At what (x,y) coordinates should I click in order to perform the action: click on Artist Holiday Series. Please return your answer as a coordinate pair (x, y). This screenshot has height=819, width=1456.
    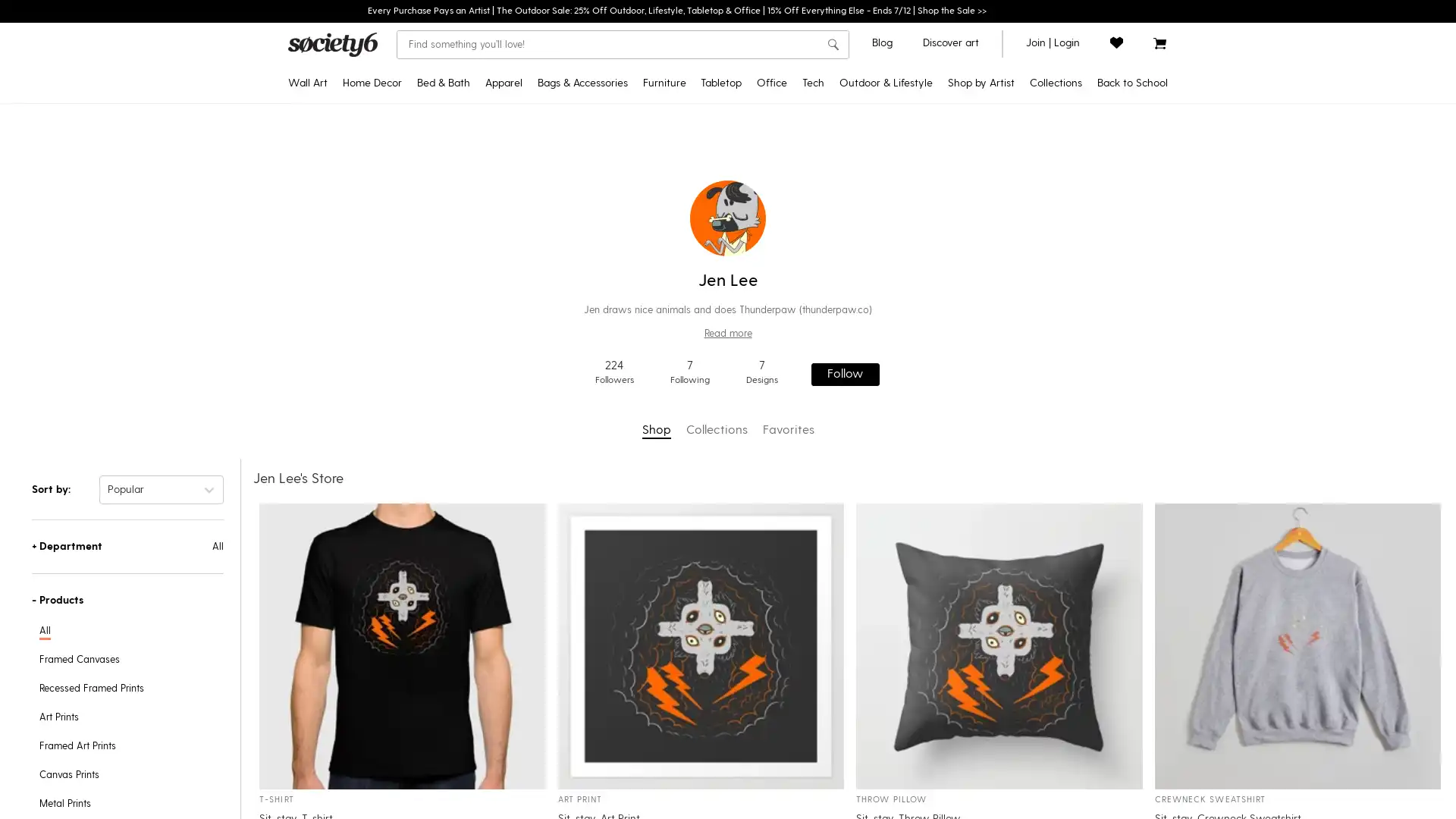
    Looking at the image, I should click on (940, 315).